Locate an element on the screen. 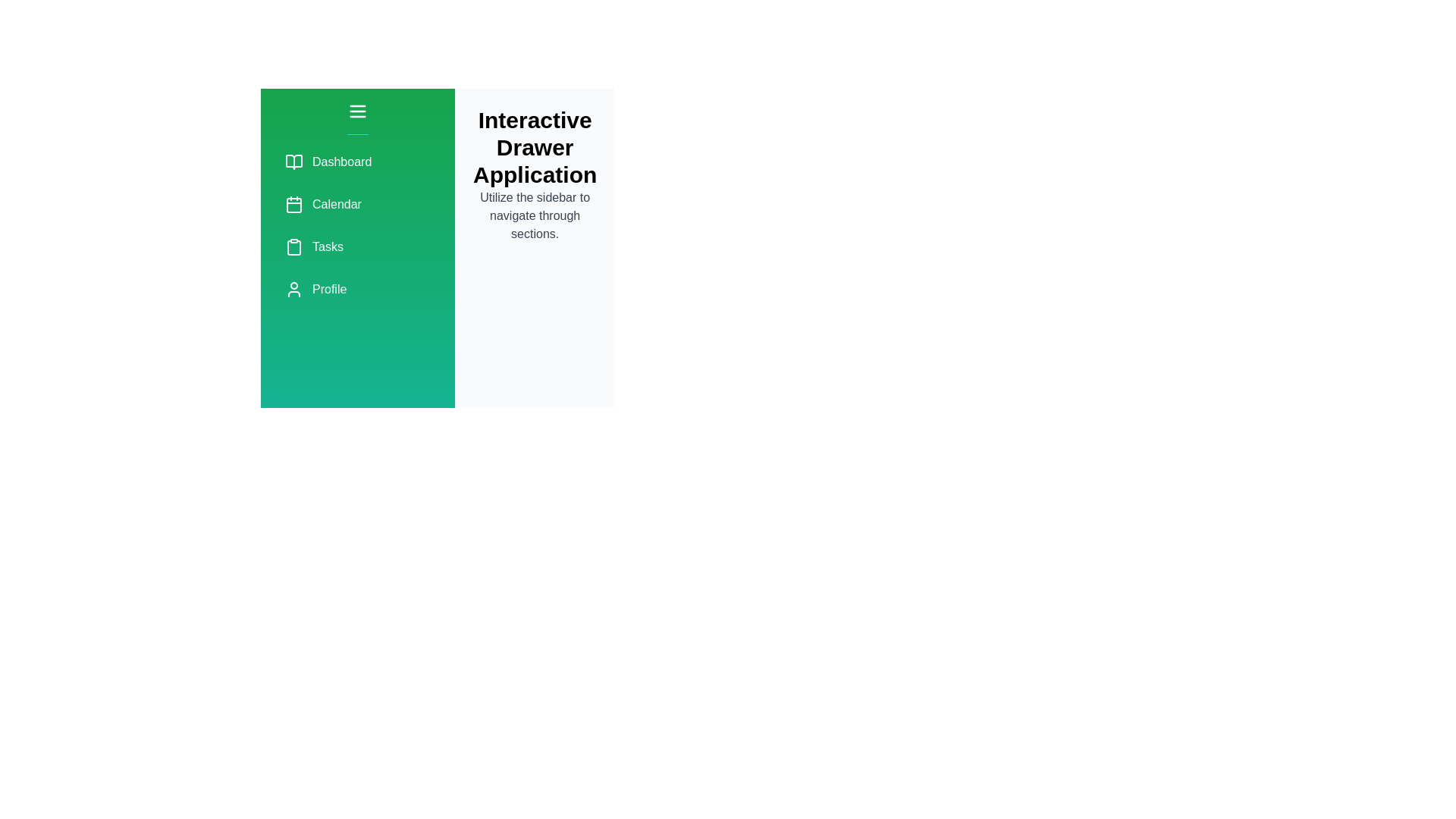  the menu item labeled Profile to preview its description is located at coordinates (356, 289).